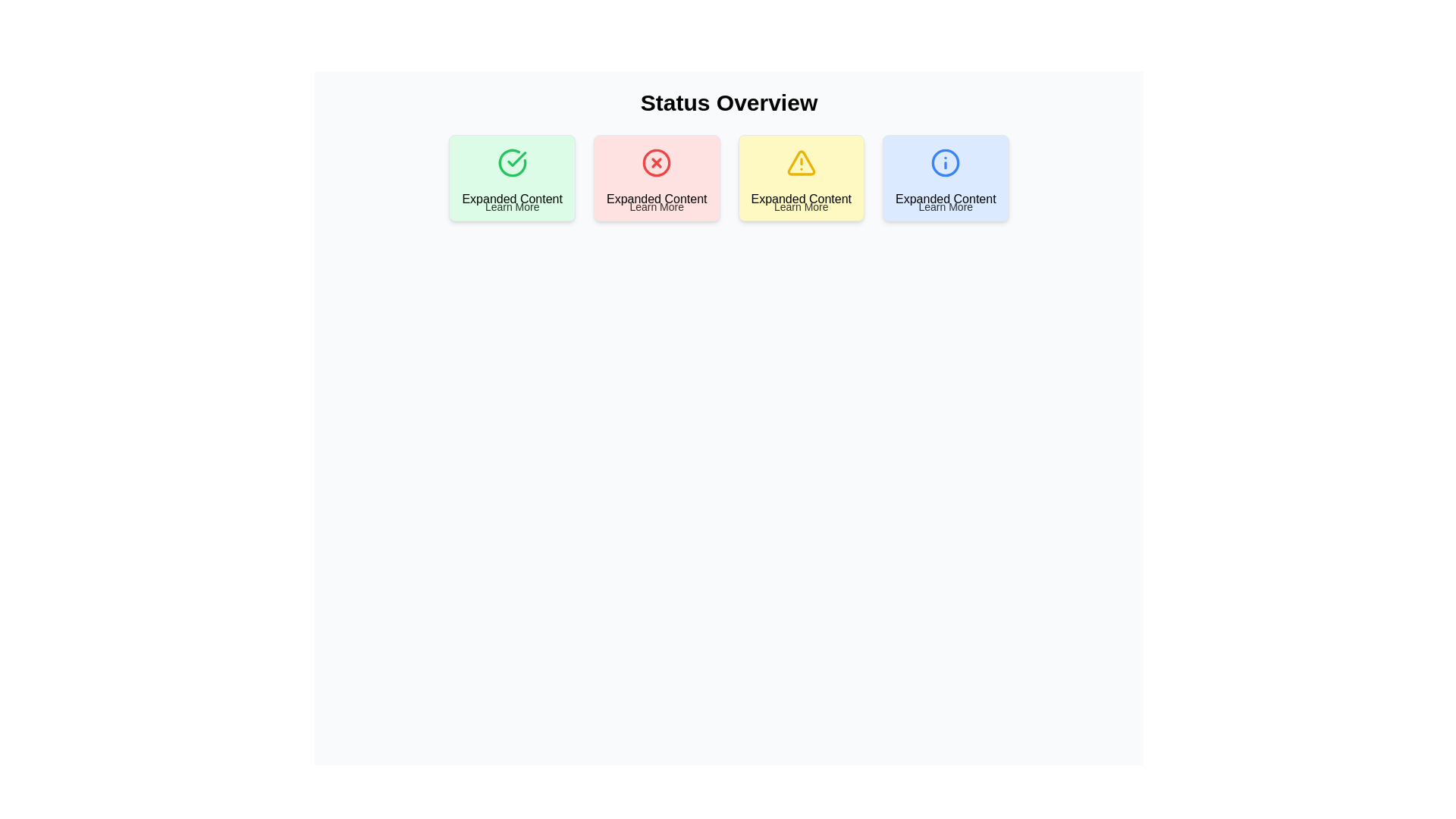 The image size is (1456, 819). Describe the element at coordinates (945, 163) in the screenshot. I see `the informational icon located at the center of the fourth card in a horizontally aligned group of four cards` at that location.